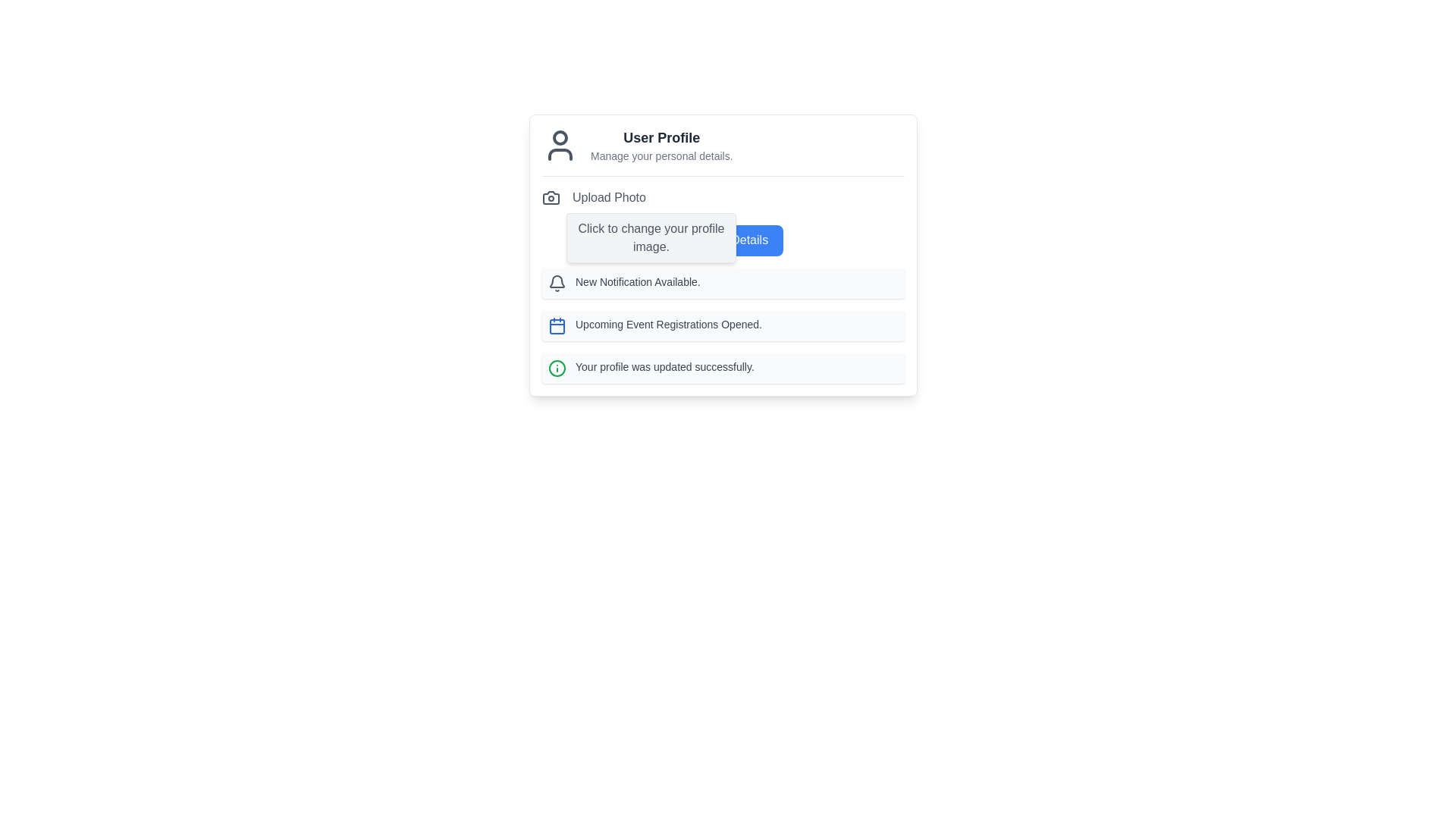 This screenshot has height=819, width=1456. I want to click on the tooltip that provides additional information about the 'Upload Photo' option, located directly beneath the 'Upload Photo' label, so click(651, 237).